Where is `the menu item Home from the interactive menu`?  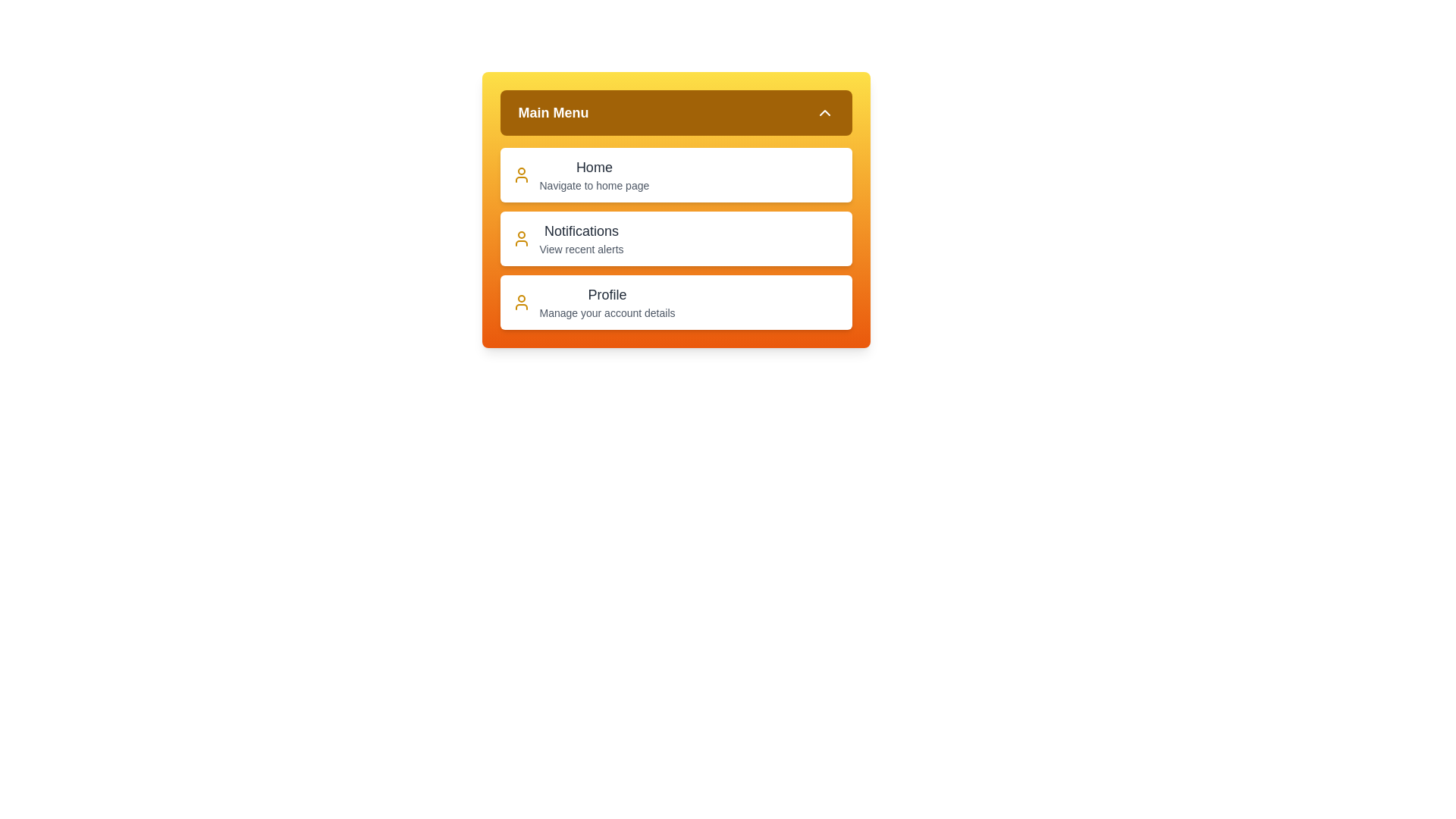
the menu item Home from the interactive menu is located at coordinates (675, 174).